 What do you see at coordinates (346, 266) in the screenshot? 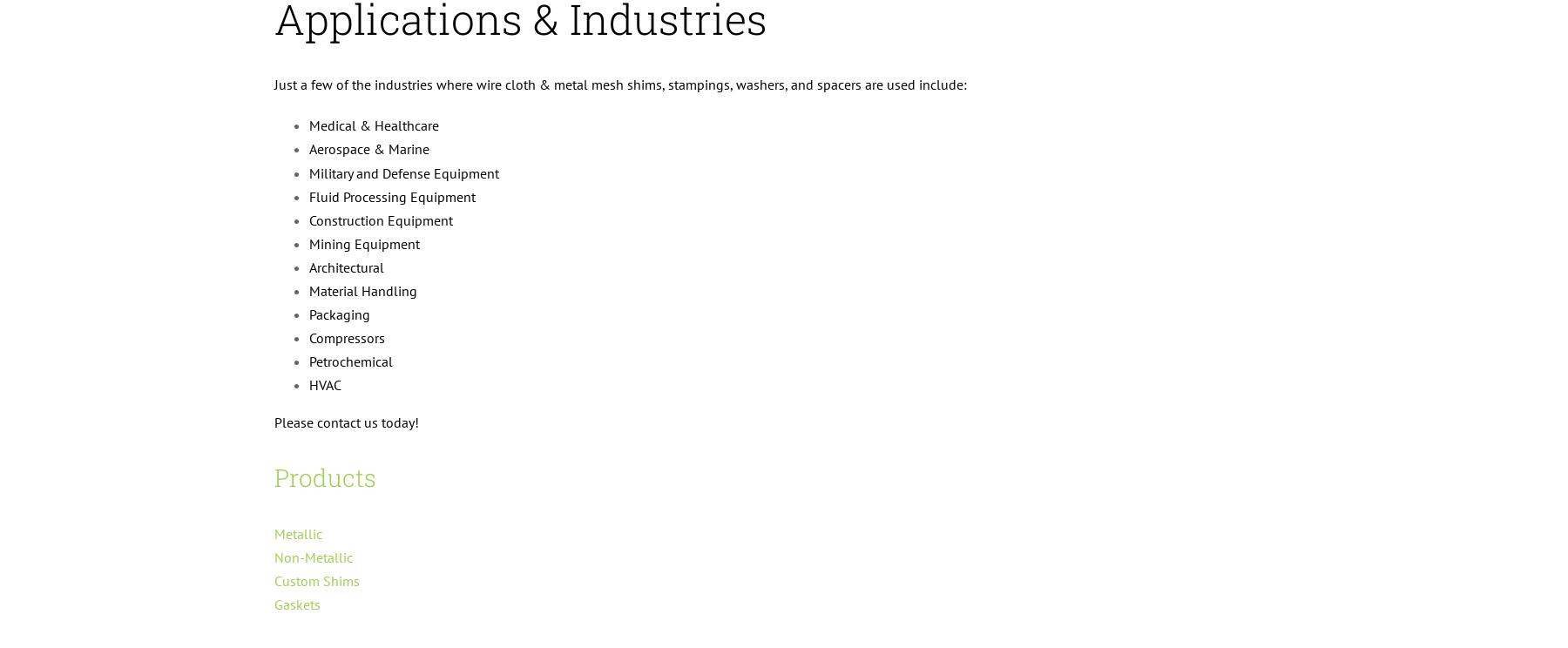
I see `'Architectural'` at bounding box center [346, 266].